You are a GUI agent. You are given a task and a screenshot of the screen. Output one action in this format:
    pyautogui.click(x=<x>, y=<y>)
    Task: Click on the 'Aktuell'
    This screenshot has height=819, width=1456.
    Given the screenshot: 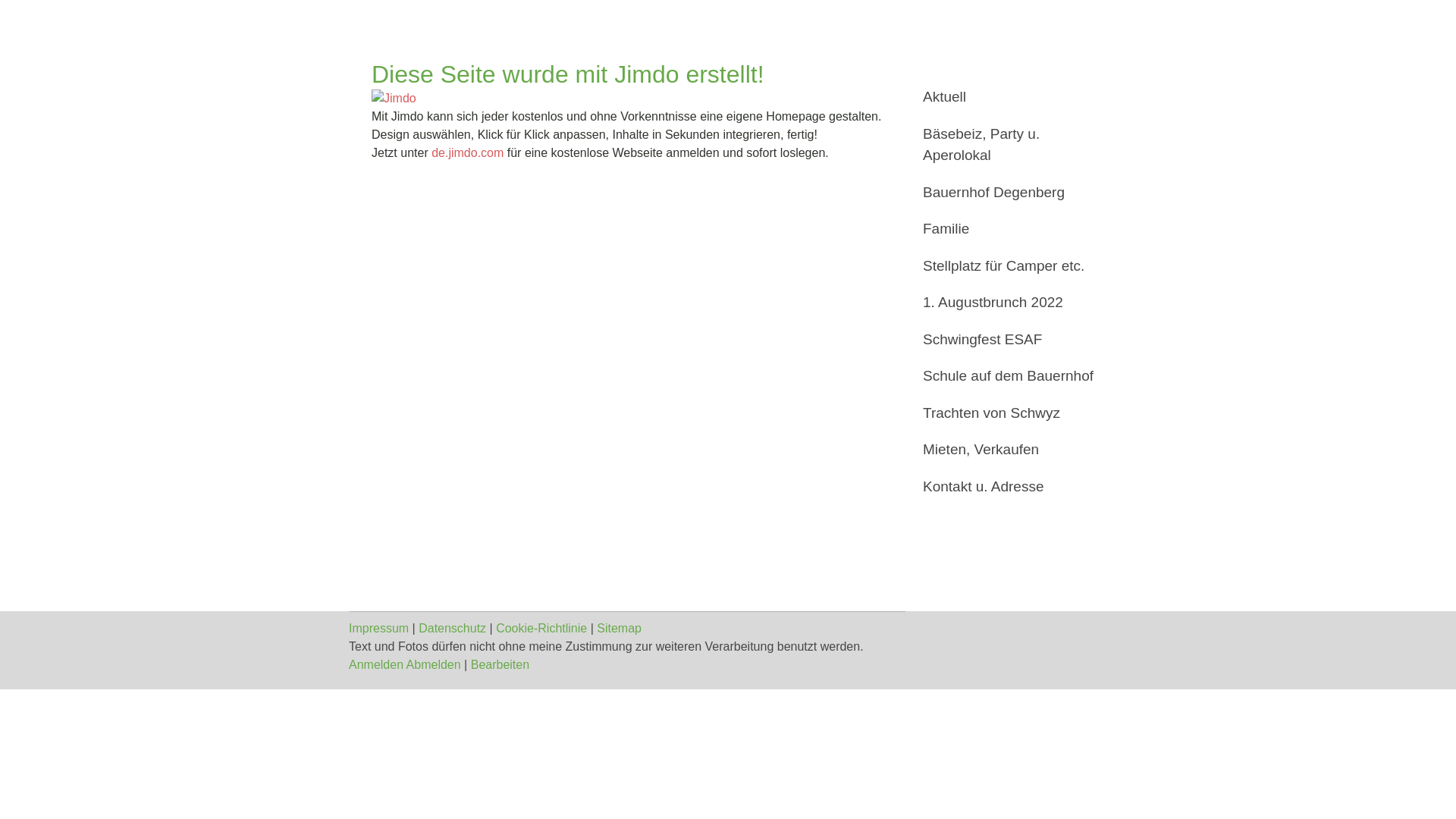 What is the action you would take?
    pyautogui.click(x=1008, y=97)
    